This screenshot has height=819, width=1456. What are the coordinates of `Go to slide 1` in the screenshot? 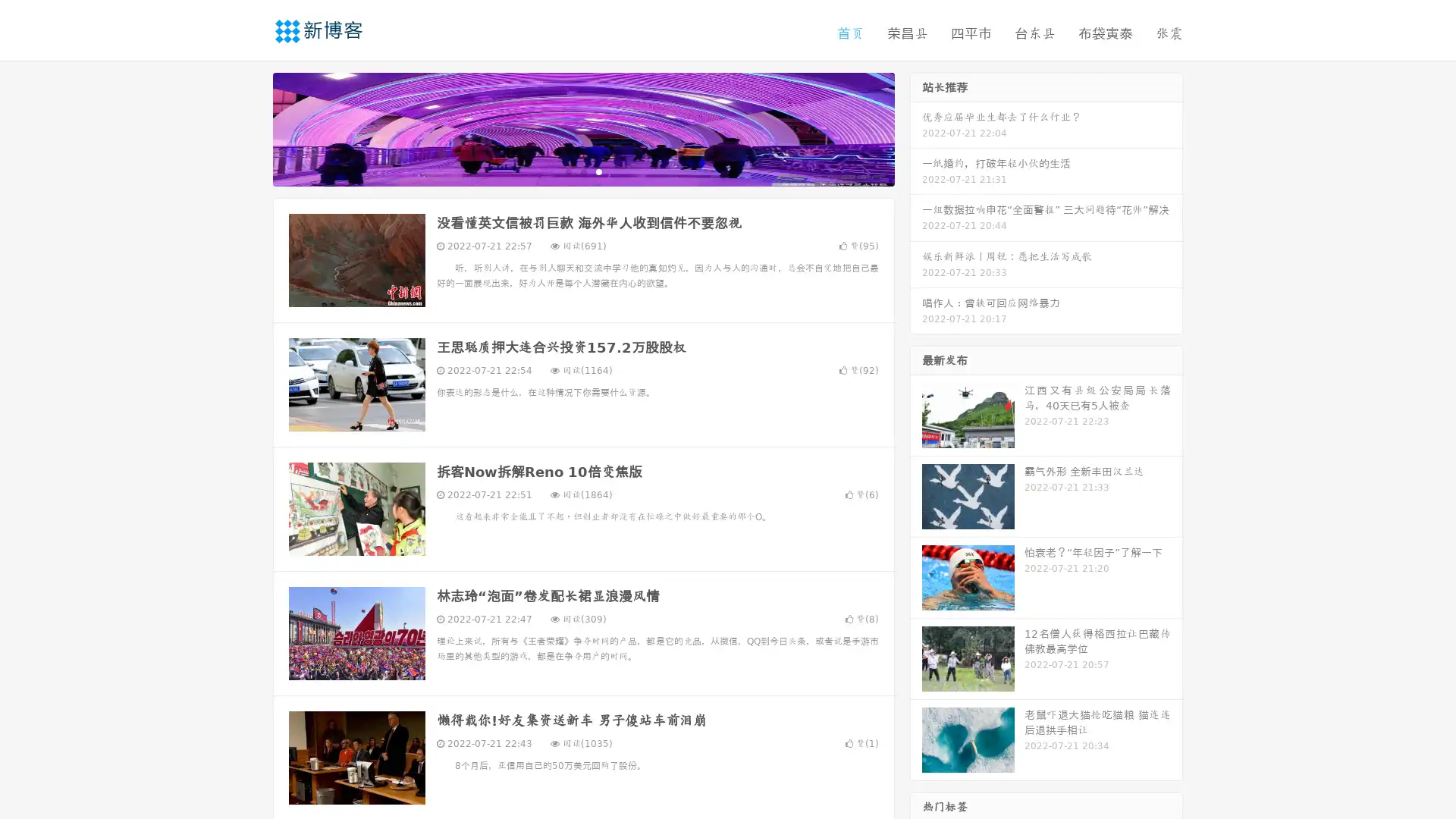 It's located at (567, 171).